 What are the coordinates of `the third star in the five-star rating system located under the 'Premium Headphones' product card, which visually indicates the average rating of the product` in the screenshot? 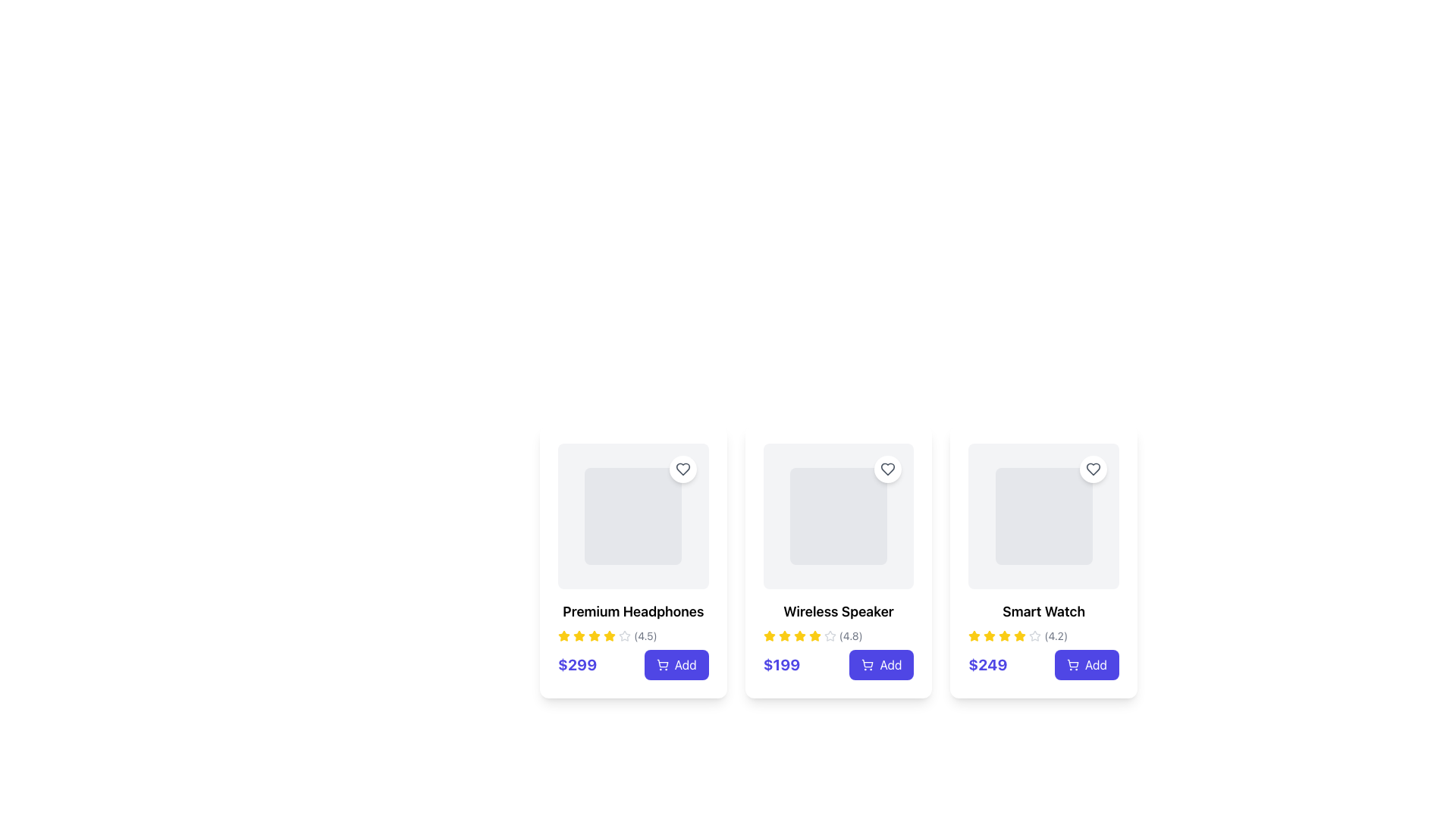 It's located at (578, 636).